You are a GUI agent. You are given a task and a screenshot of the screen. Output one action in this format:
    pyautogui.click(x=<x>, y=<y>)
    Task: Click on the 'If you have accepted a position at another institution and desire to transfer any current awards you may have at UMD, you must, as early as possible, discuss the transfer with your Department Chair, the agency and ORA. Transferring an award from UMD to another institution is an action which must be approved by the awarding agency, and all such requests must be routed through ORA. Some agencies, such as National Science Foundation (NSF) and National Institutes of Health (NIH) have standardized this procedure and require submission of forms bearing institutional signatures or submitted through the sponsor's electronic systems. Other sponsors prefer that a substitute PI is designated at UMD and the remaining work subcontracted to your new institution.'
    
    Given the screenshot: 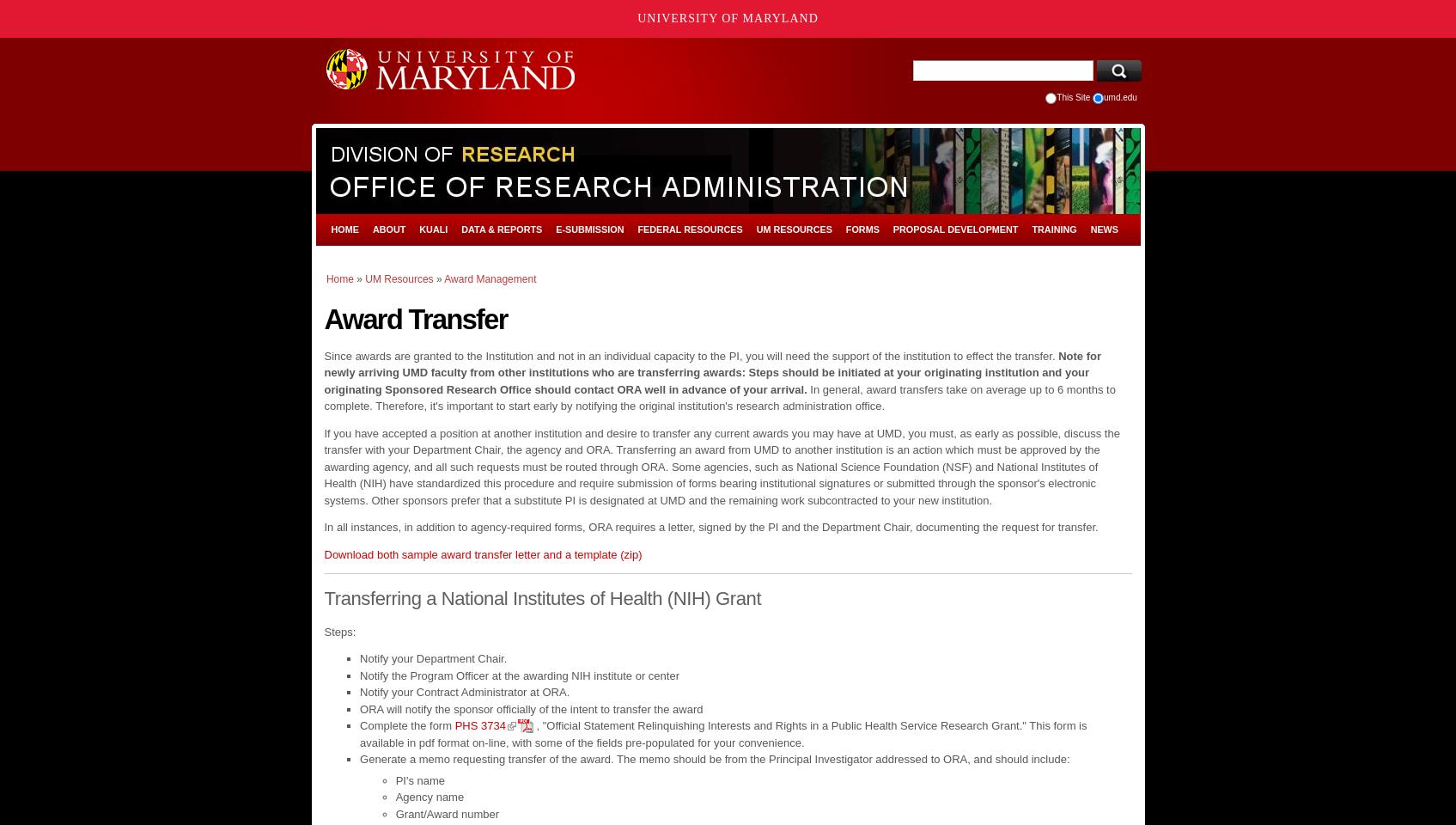 What is the action you would take?
    pyautogui.click(x=722, y=466)
    